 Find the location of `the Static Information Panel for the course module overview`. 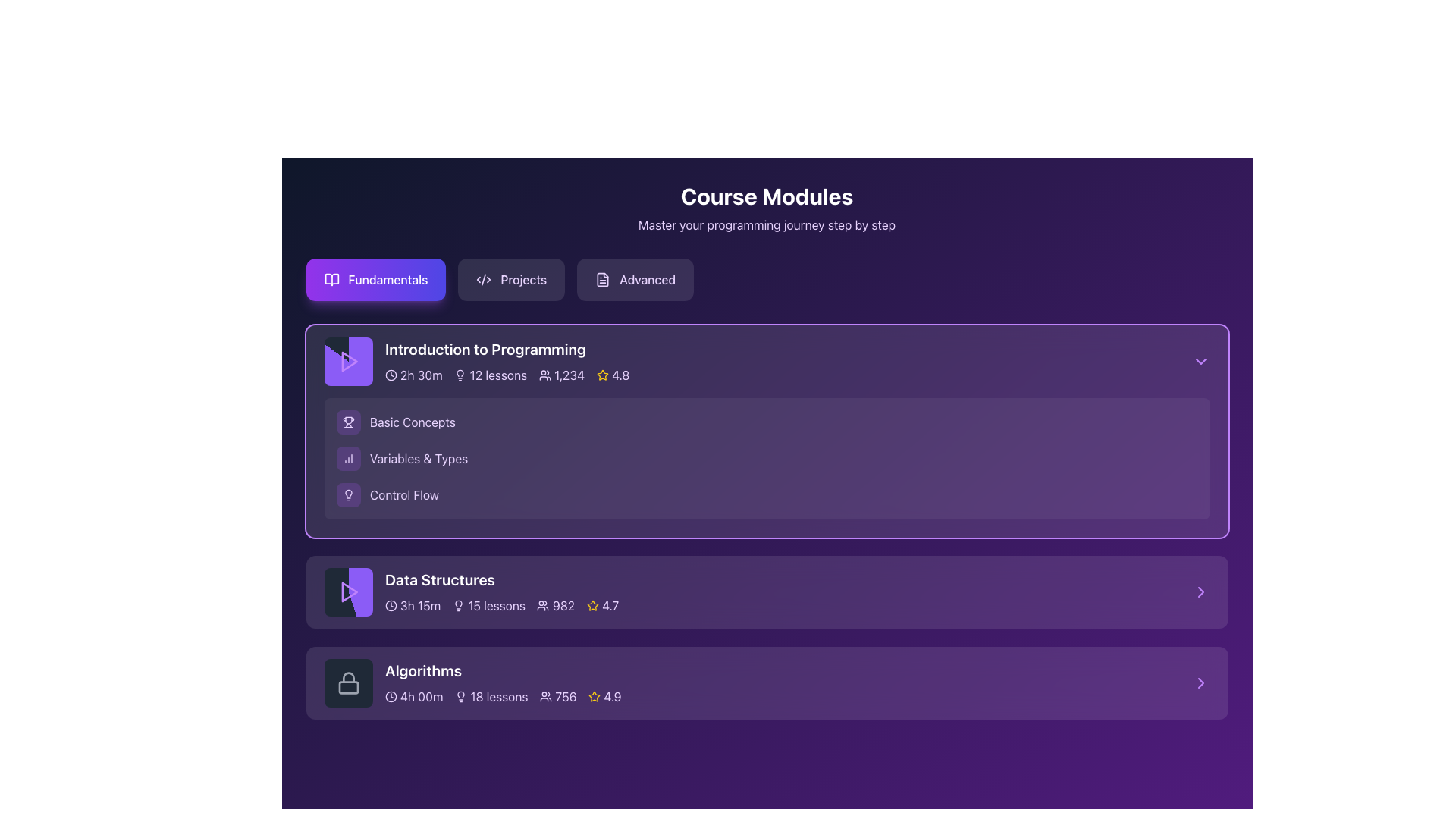

the Static Information Panel for the course module overview is located at coordinates (475, 362).